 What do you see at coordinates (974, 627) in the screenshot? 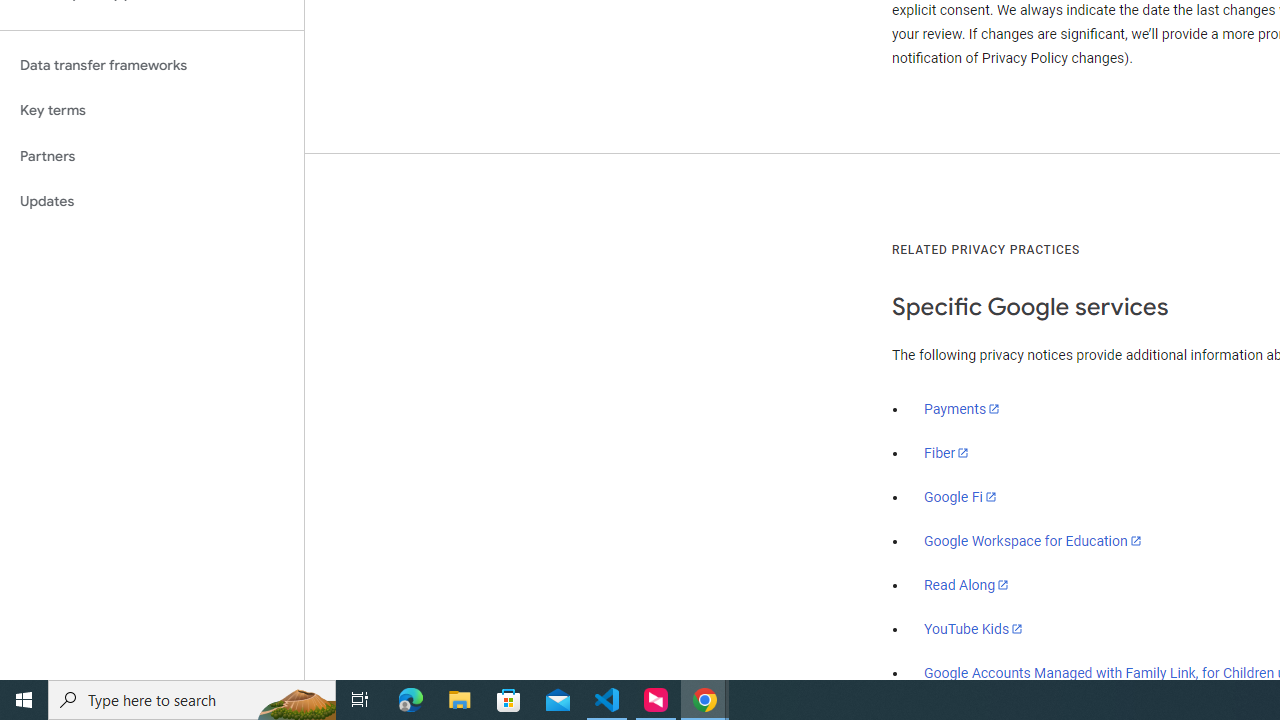
I see `'YouTube Kids'` at bounding box center [974, 627].